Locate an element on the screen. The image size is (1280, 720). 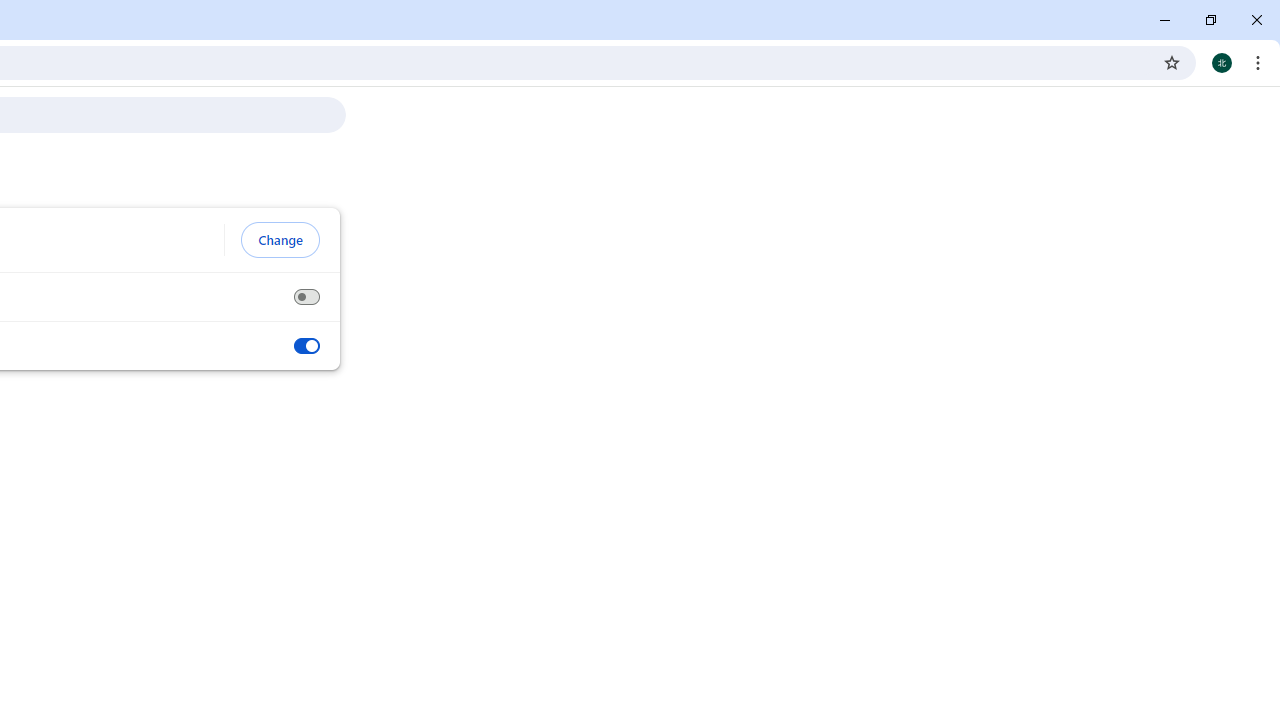
'Show downloads when they' is located at coordinates (305, 345).